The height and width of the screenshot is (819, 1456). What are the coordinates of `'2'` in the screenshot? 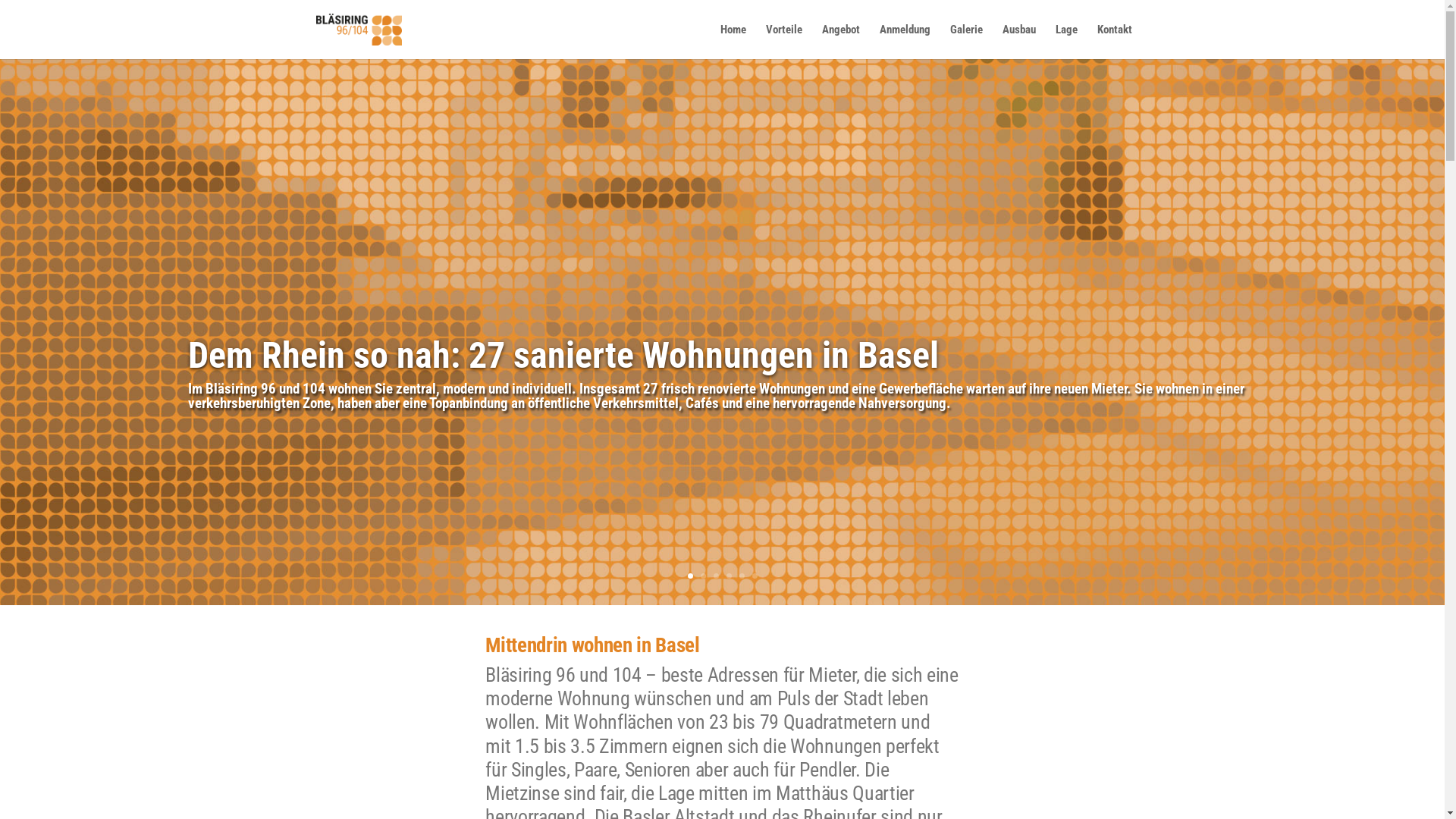 It's located at (702, 576).